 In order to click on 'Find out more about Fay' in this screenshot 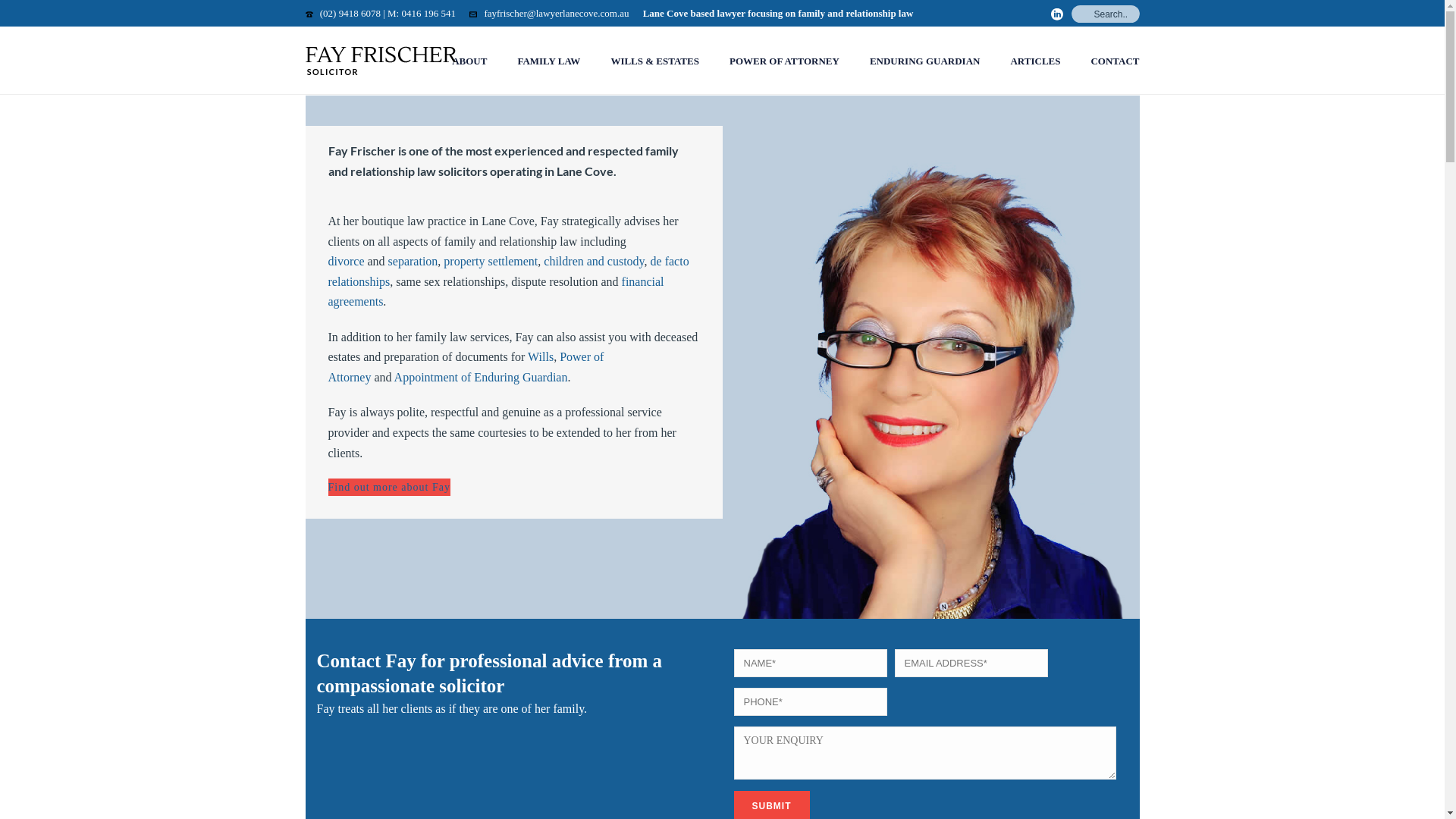, I will do `click(388, 487)`.